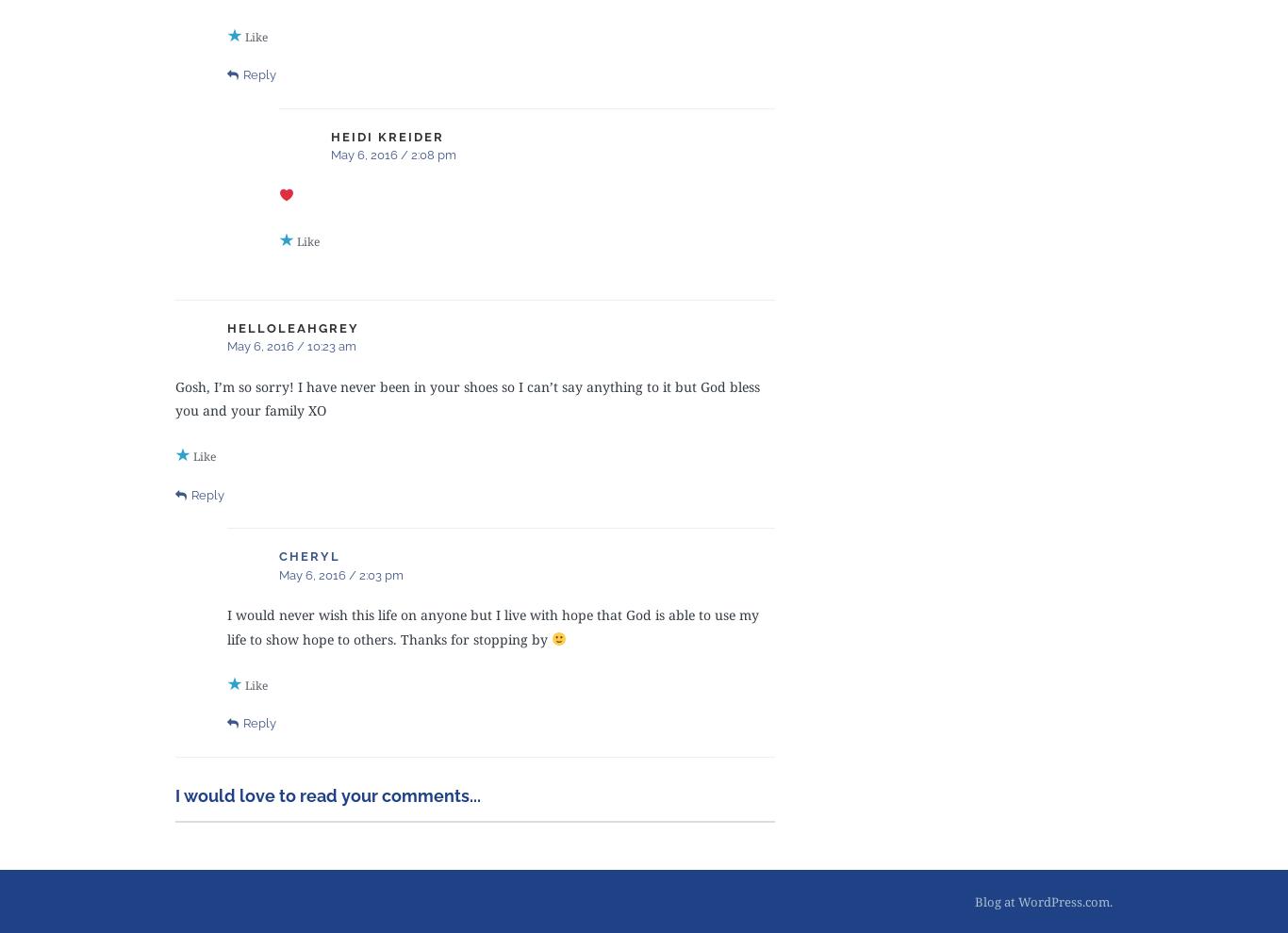 The height and width of the screenshot is (933, 1288). Describe the element at coordinates (493, 626) in the screenshot. I see `'I would never wish this life on anyone but I live with hope that God is able to use my life to show hope to others.  Thanks for stopping by'` at that location.